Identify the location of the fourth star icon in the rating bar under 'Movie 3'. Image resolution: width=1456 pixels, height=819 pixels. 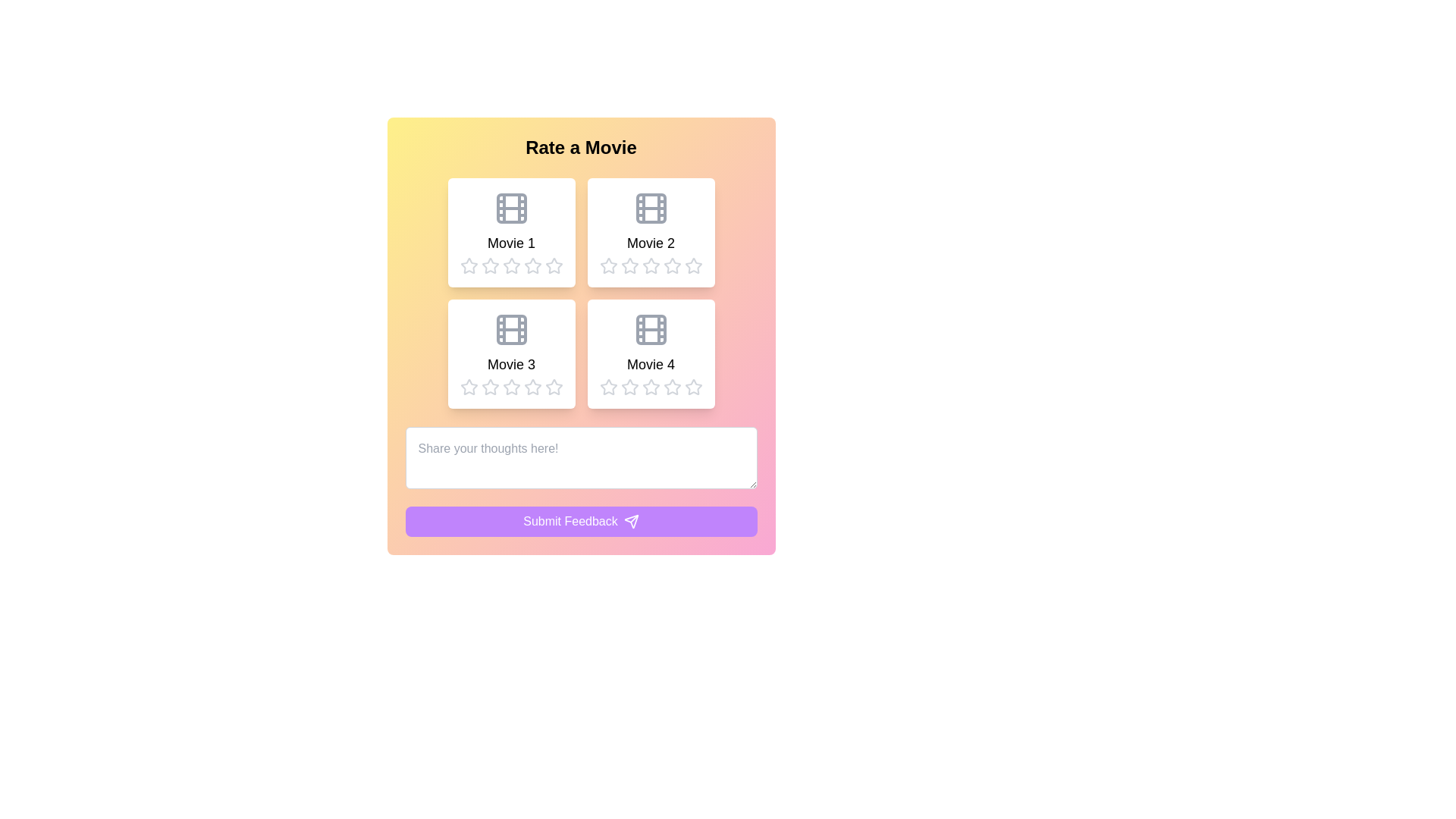
(511, 386).